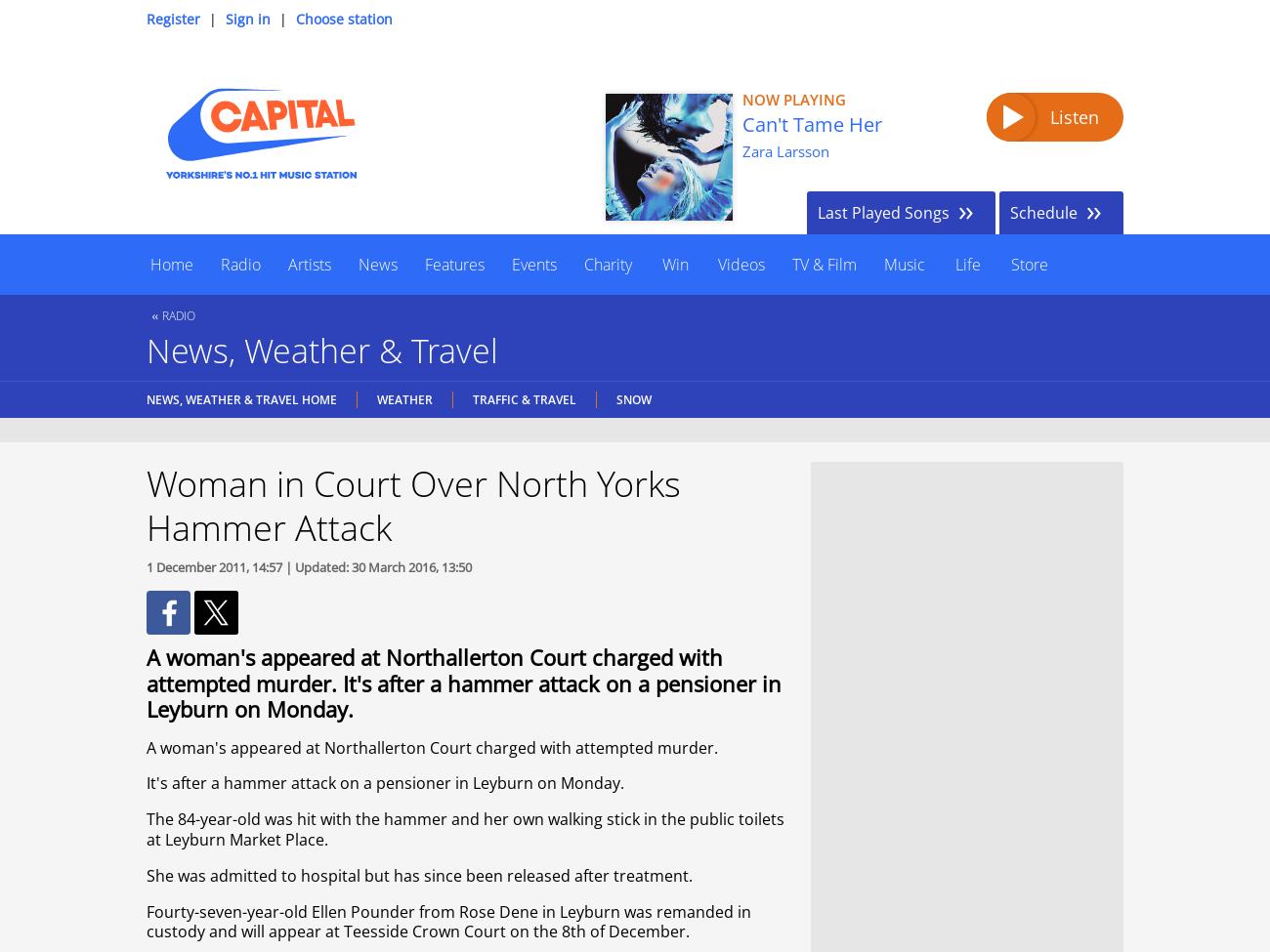 This screenshot has width=1270, height=952. I want to click on 'A woman's appeared at Northallerton Court charged with attempted murder.  It's after a hammer attack on a pensioner in Leyburn on Monday.', so click(463, 682).